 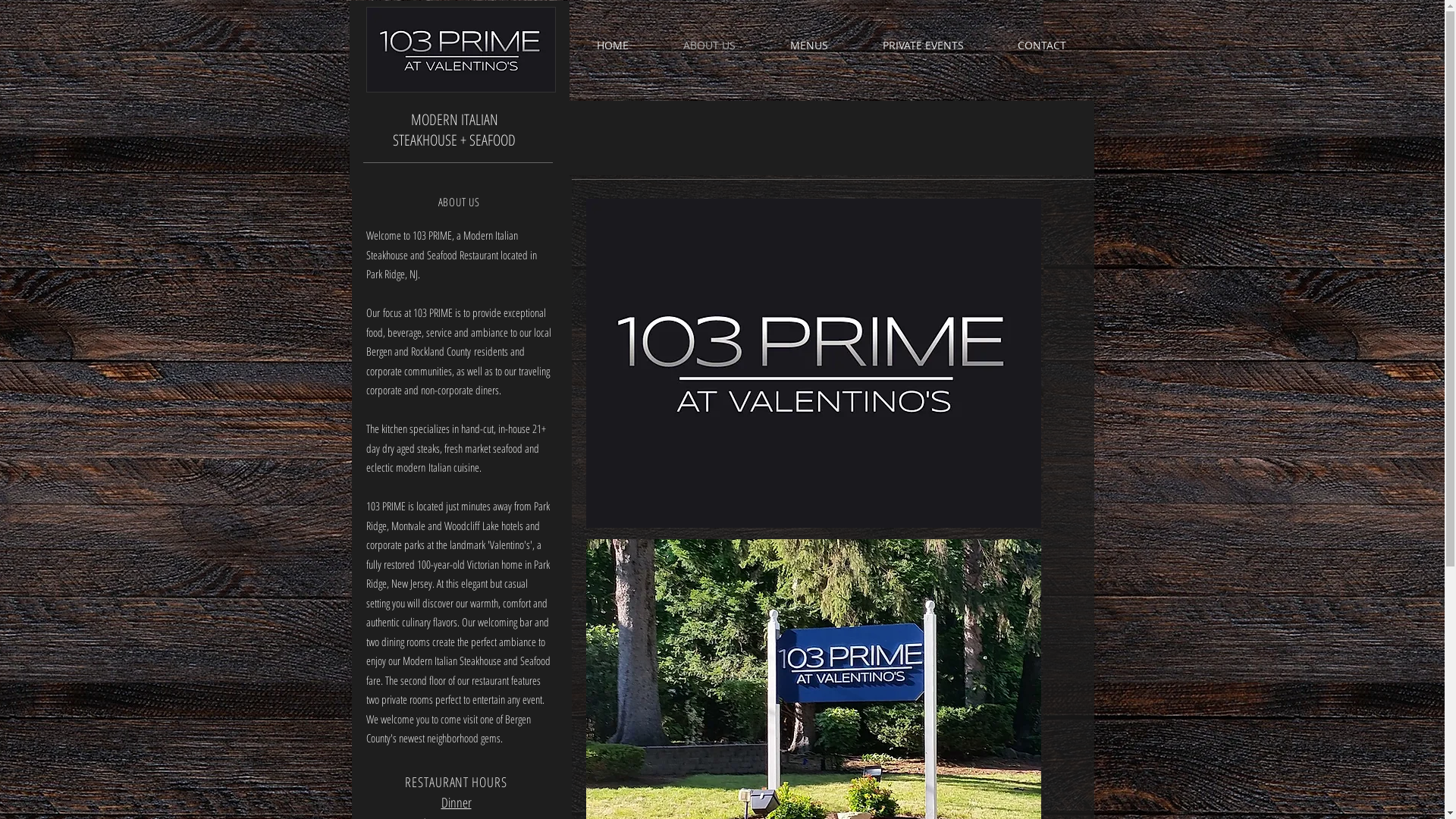 I want to click on 'CONTACT', so click(x=1040, y=45).